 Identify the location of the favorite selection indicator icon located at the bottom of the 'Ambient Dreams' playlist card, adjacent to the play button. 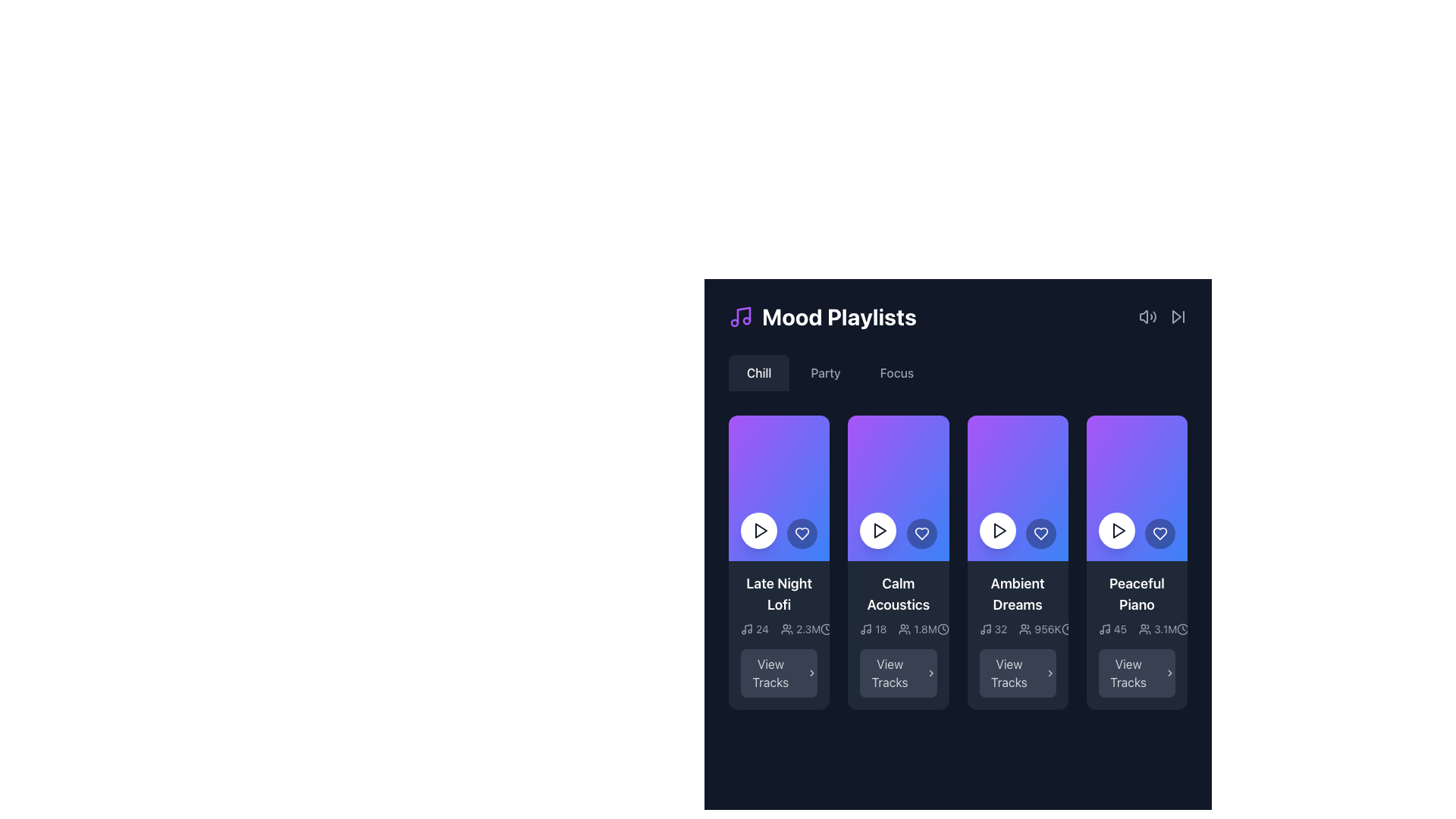
(1040, 533).